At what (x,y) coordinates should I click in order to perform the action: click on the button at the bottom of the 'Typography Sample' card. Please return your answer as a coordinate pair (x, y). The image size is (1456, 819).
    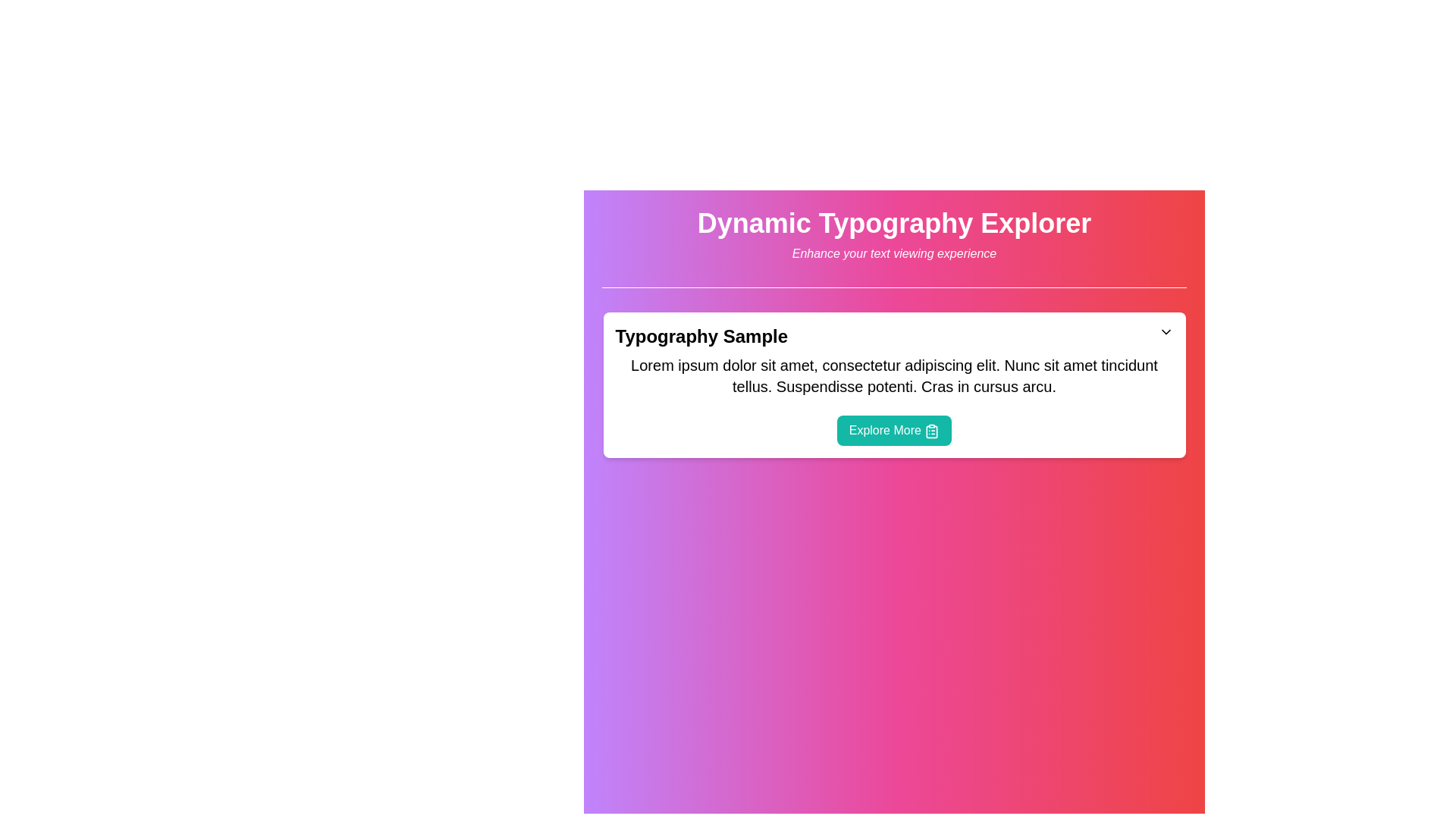
    Looking at the image, I should click on (894, 430).